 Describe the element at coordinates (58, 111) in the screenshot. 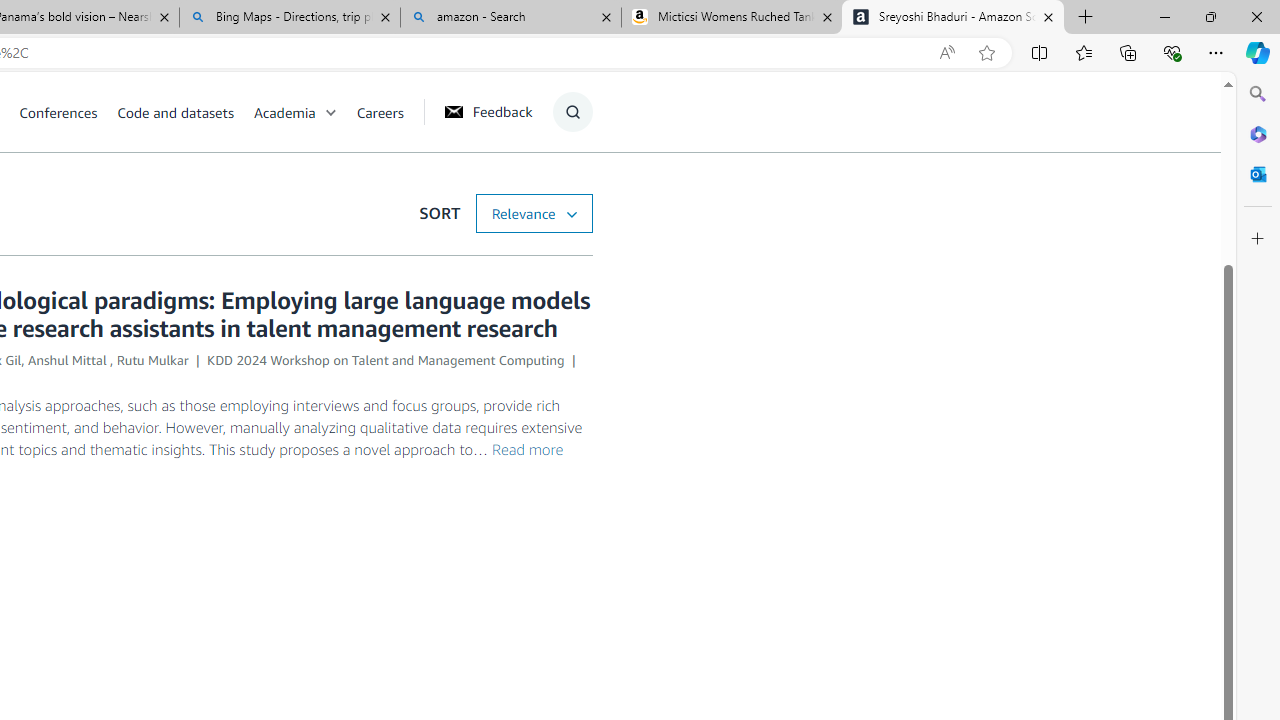

I see `'Conferences'` at that location.